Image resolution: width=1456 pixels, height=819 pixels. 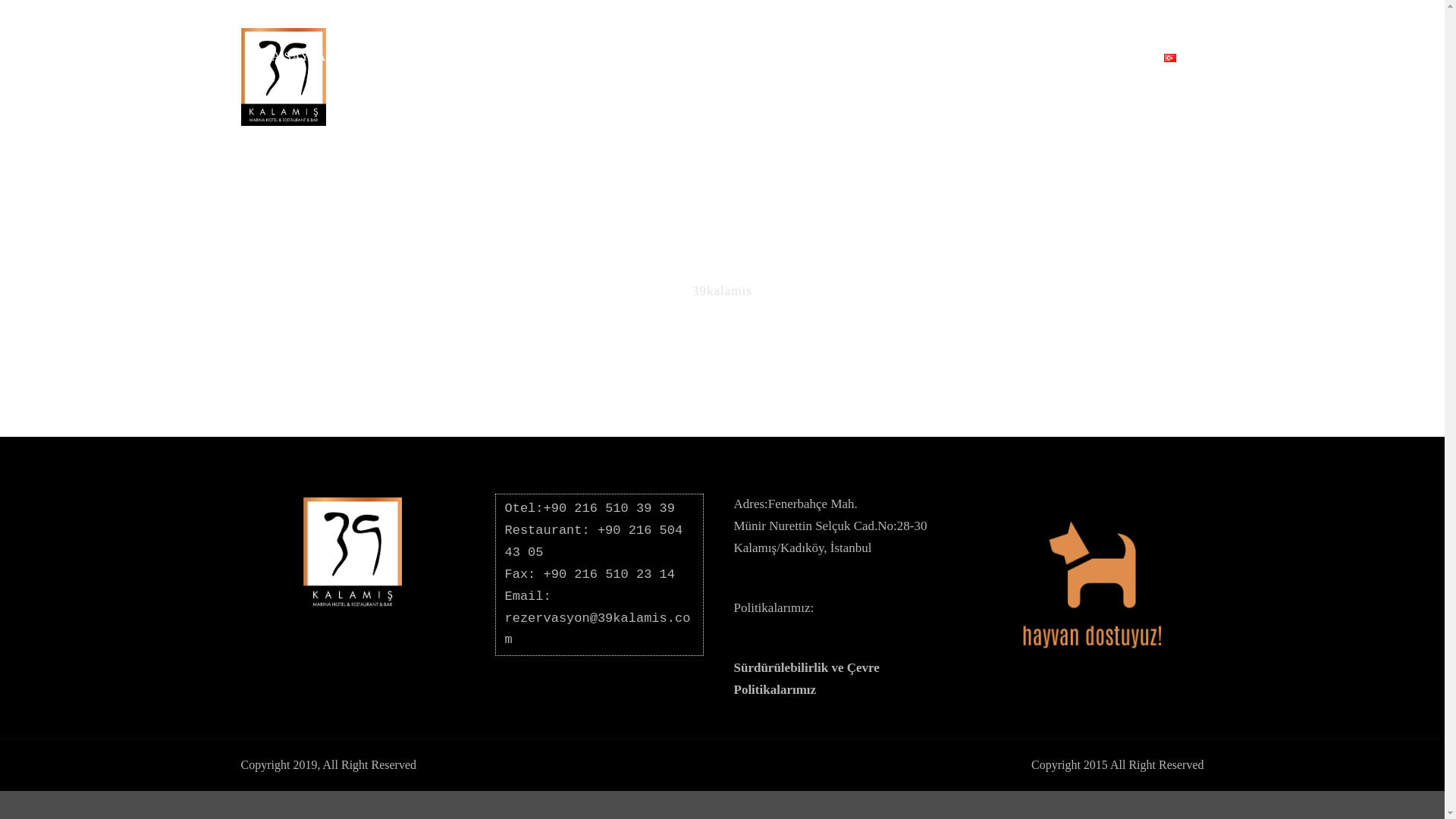 I want to click on '+90 216 510 39 39', so click(x=609, y=508).